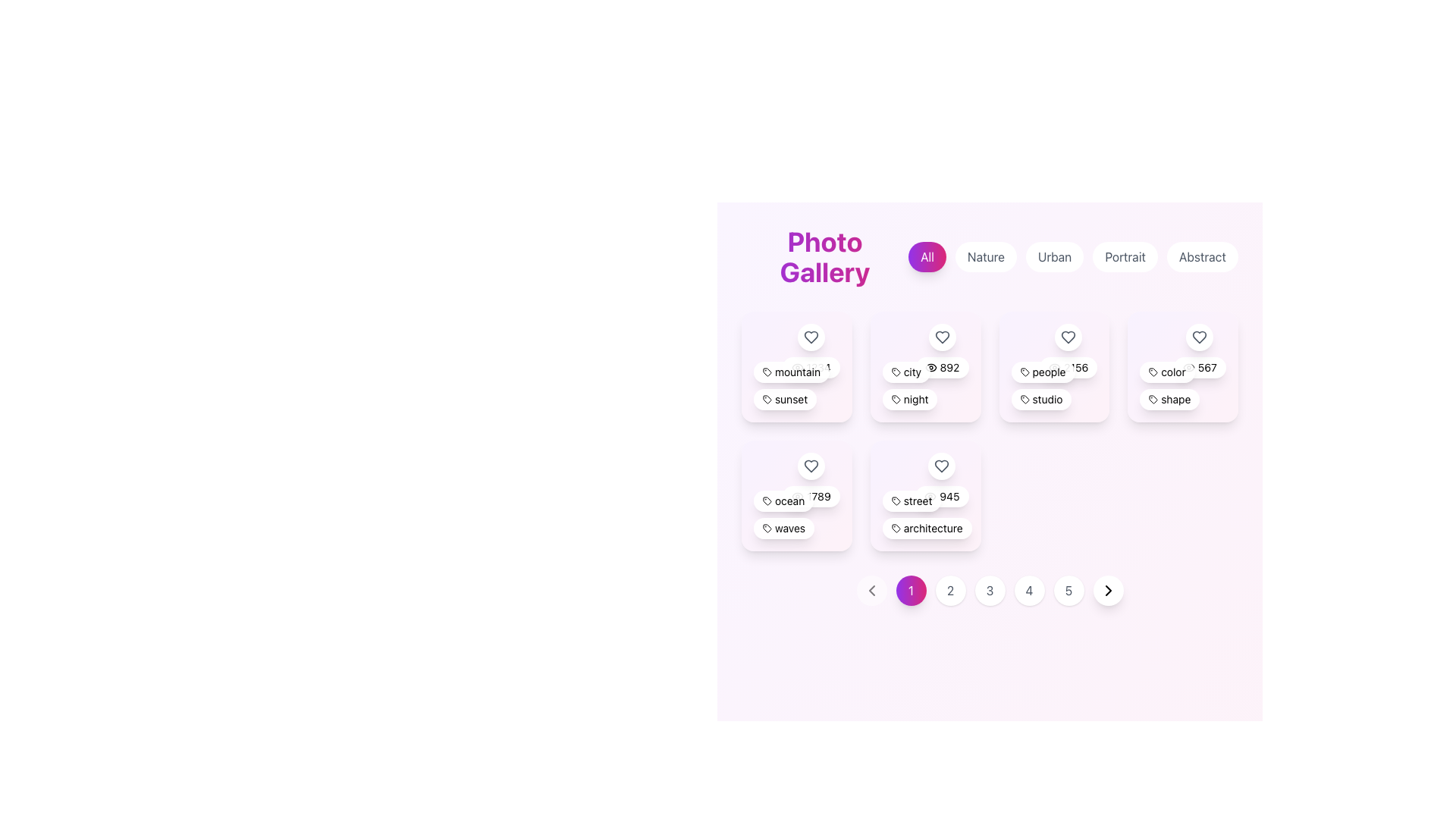 The image size is (1456, 819). I want to click on the heart icon button located in the top-right corner of the third grid card in the second row of the gallery layout, so click(811, 465).